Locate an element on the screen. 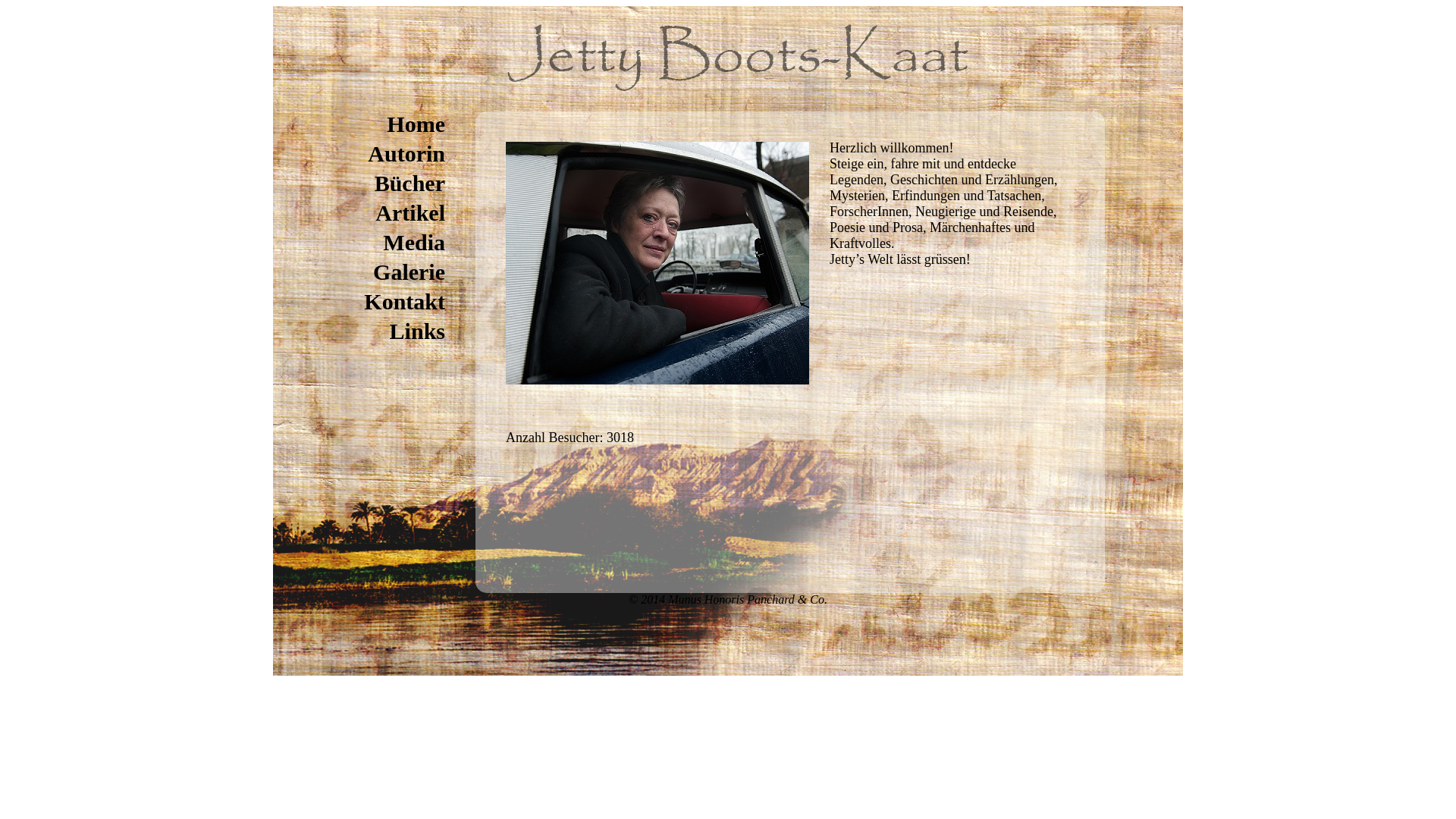  '3018' is located at coordinates (620, 438).